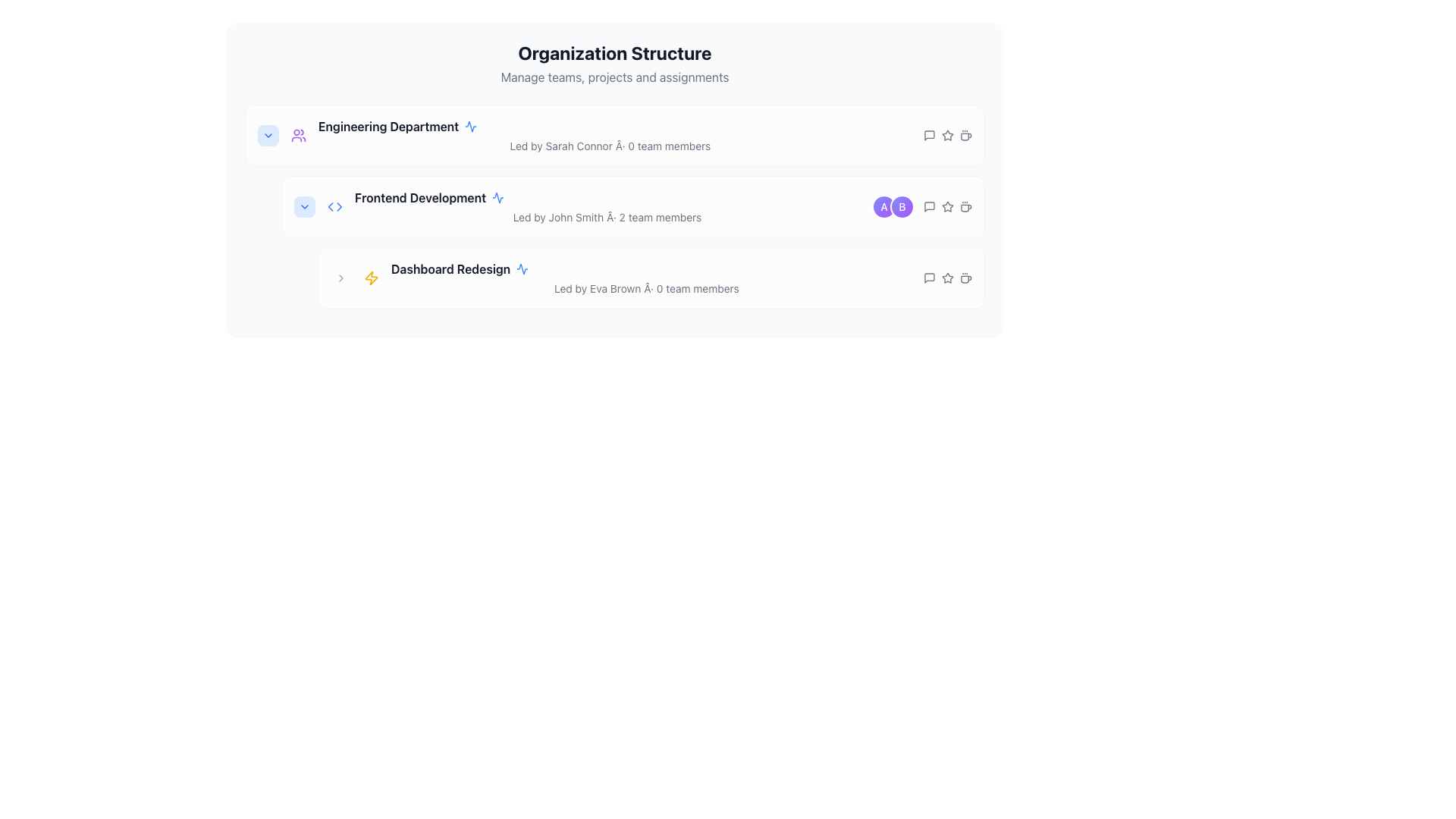 This screenshot has width=1456, height=819. Describe the element at coordinates (334, 207) in the screenshot. I see `the blue code snippet icon in the 'Frontend Development' section, which is located between a dropdown button and the title text 'Frontend Development'` at that location.